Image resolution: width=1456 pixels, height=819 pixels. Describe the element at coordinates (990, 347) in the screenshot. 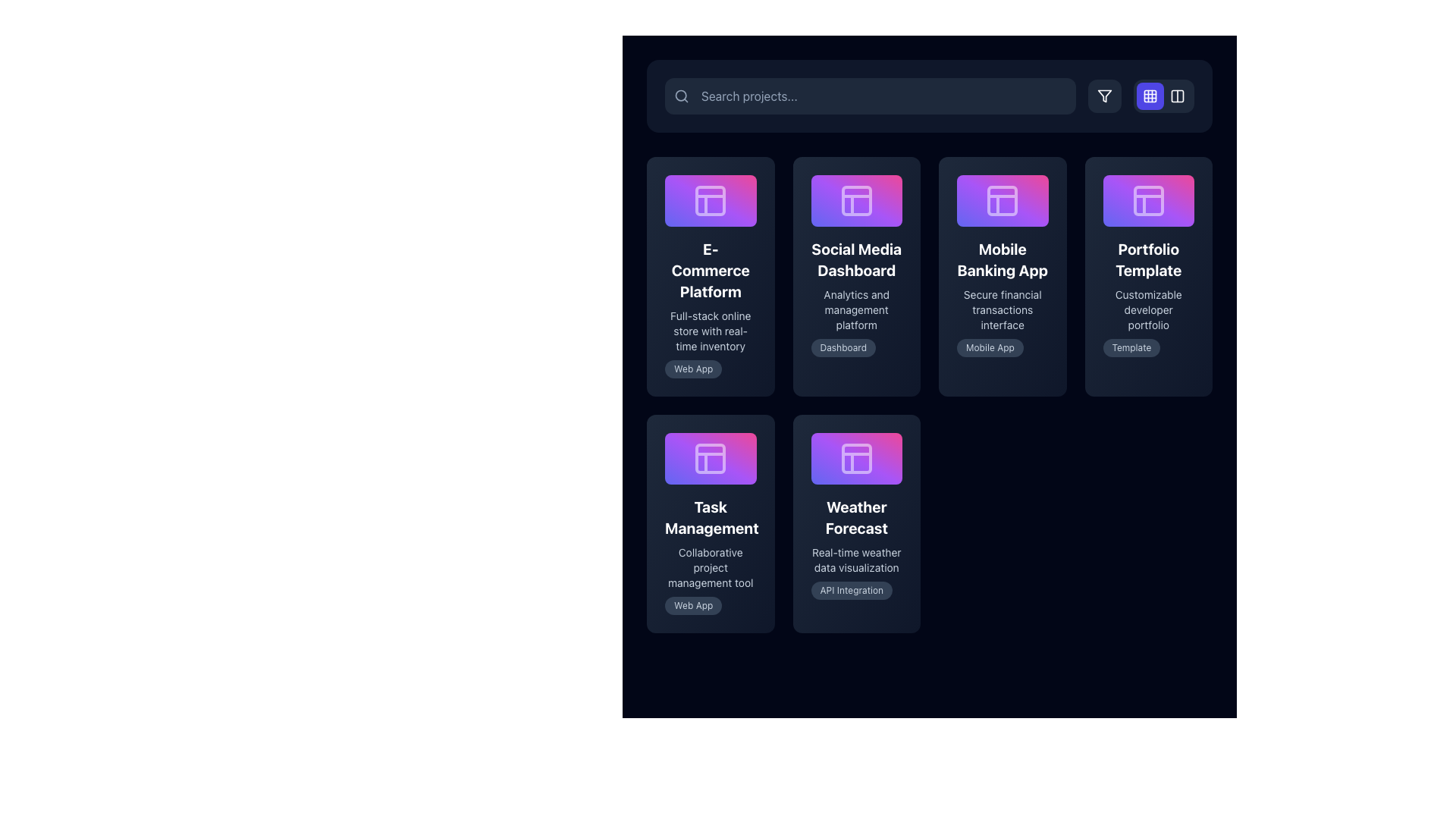

I see `the text of the oval-shaped label with a dark slate gray background and light gray text reading 'Mobile App', positioned below the 'Mobile Banking App' card in the third column of the card grid layout` at that location.